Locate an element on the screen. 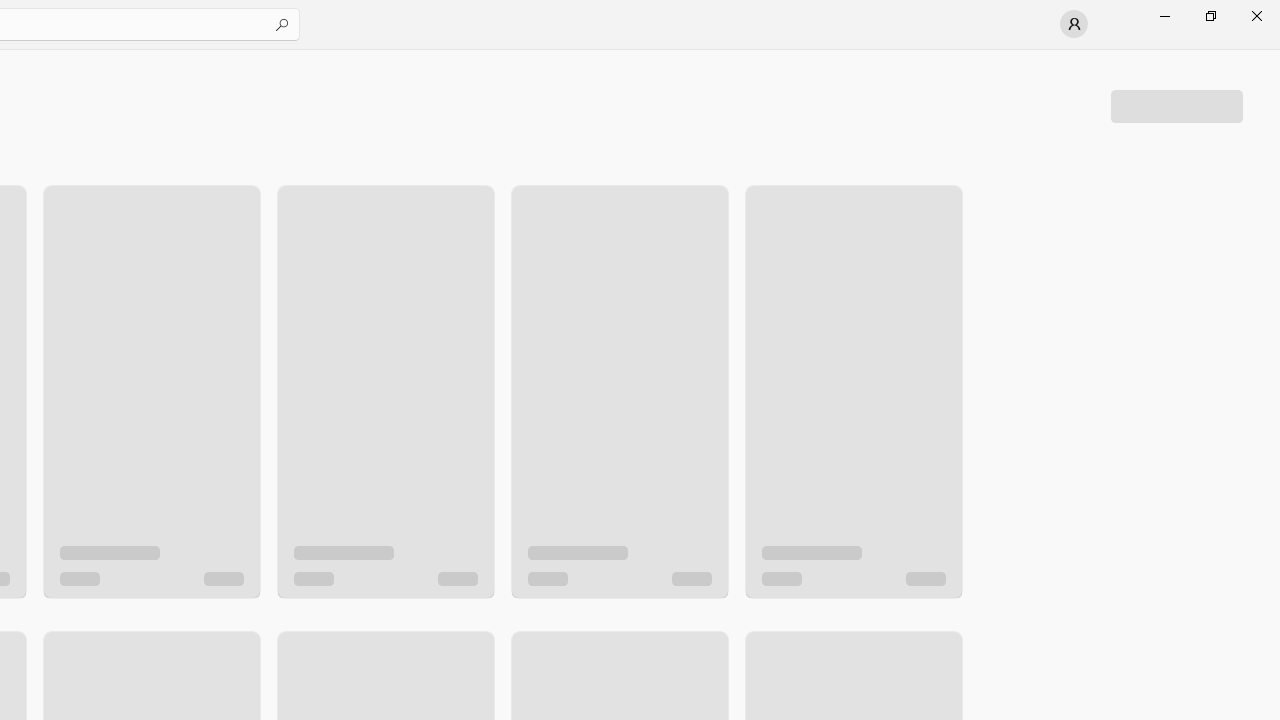  'Close Microsoft Store' is located at coordinates (1255, 15).